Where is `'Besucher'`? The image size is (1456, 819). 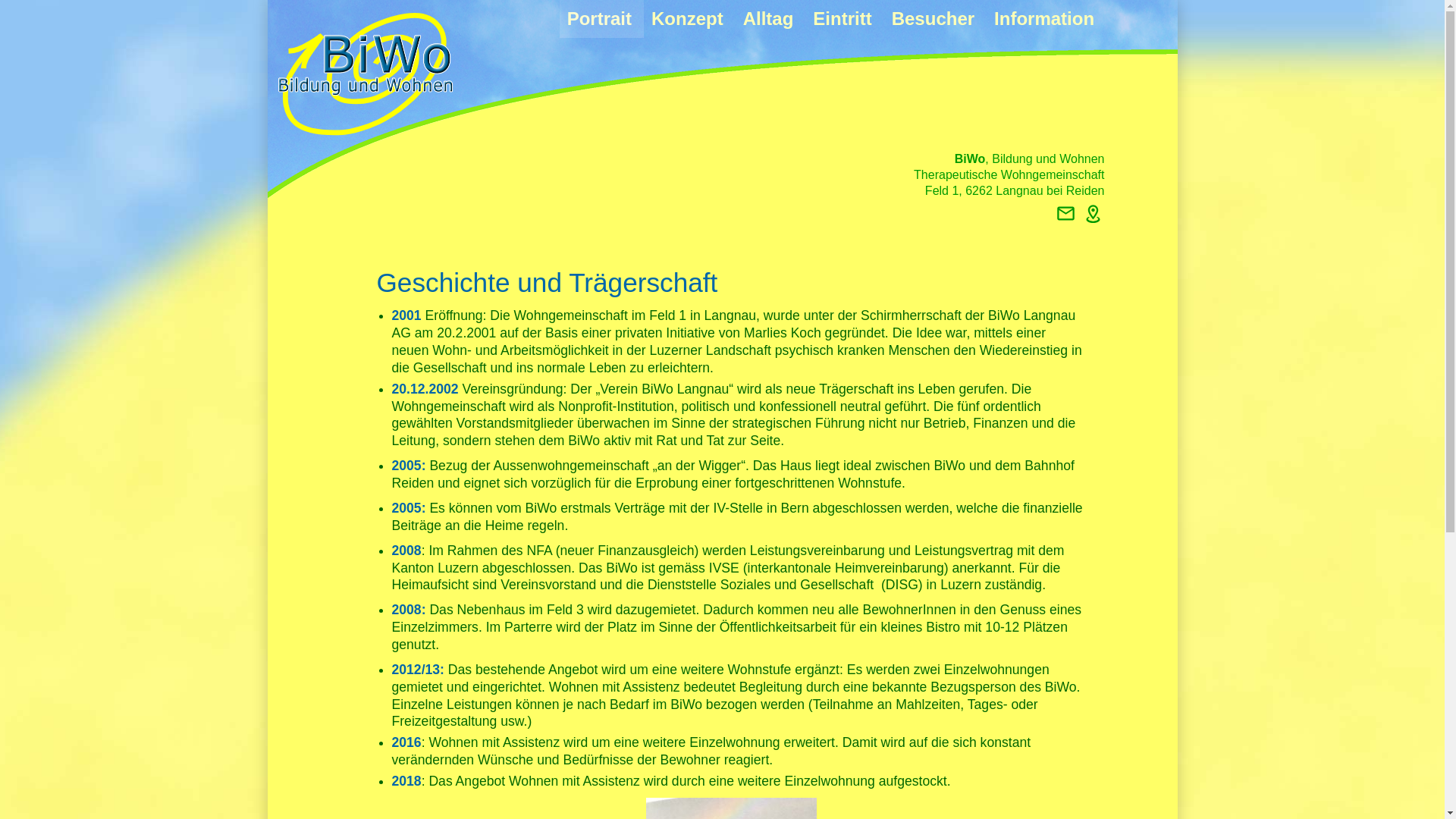
'Besucher' is located at coordinates (884, 18).